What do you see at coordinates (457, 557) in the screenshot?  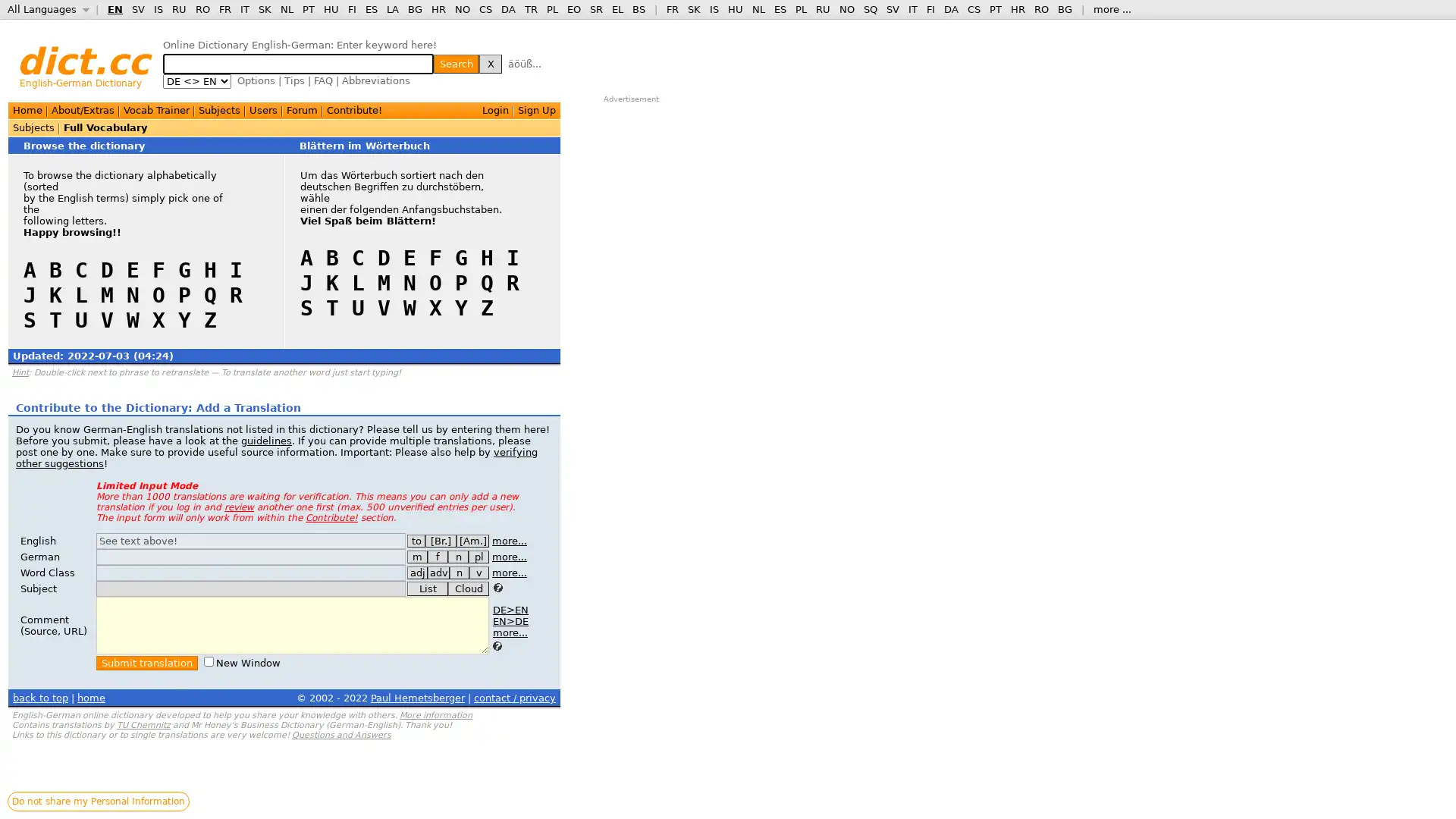 I see `n` at bounding box center [457, 557].